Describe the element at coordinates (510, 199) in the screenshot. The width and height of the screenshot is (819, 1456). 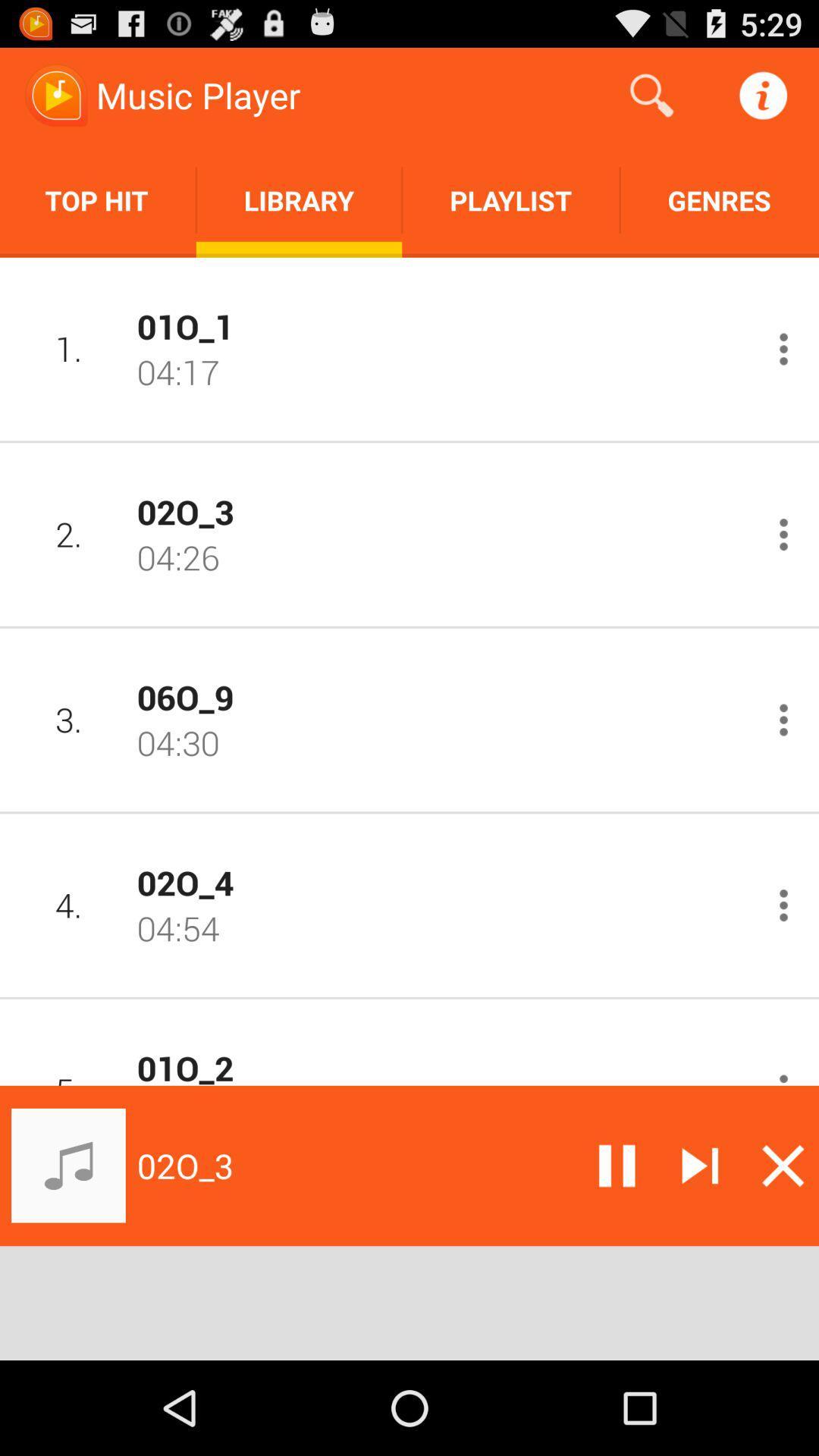
I see `the icon above 01o_1 app` at that location.